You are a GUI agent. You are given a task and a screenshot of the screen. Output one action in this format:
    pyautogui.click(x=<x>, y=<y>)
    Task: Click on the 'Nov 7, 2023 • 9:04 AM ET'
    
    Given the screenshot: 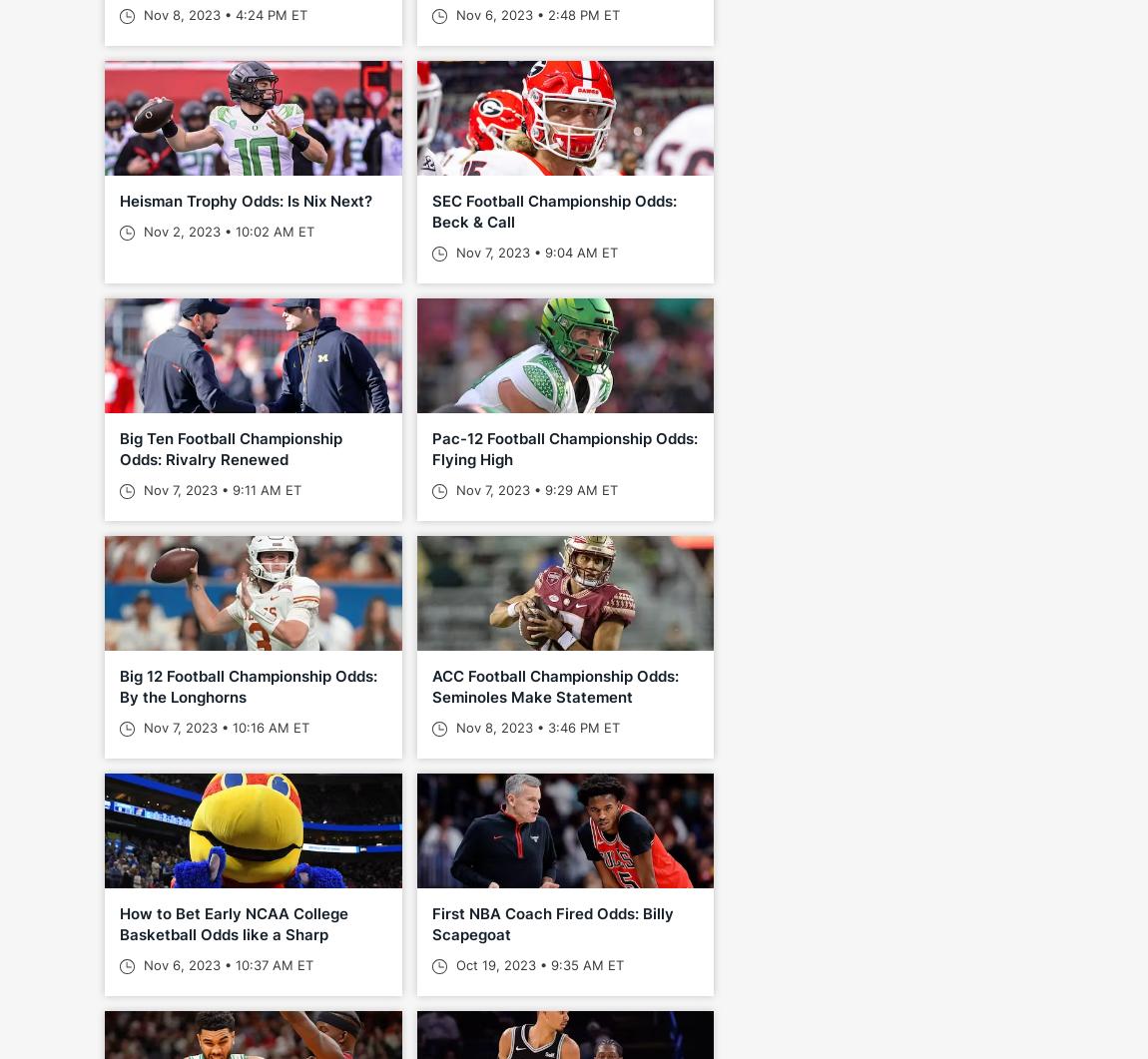 What is the action you would take?
    pyautogui.click(x=533, y=252)
    